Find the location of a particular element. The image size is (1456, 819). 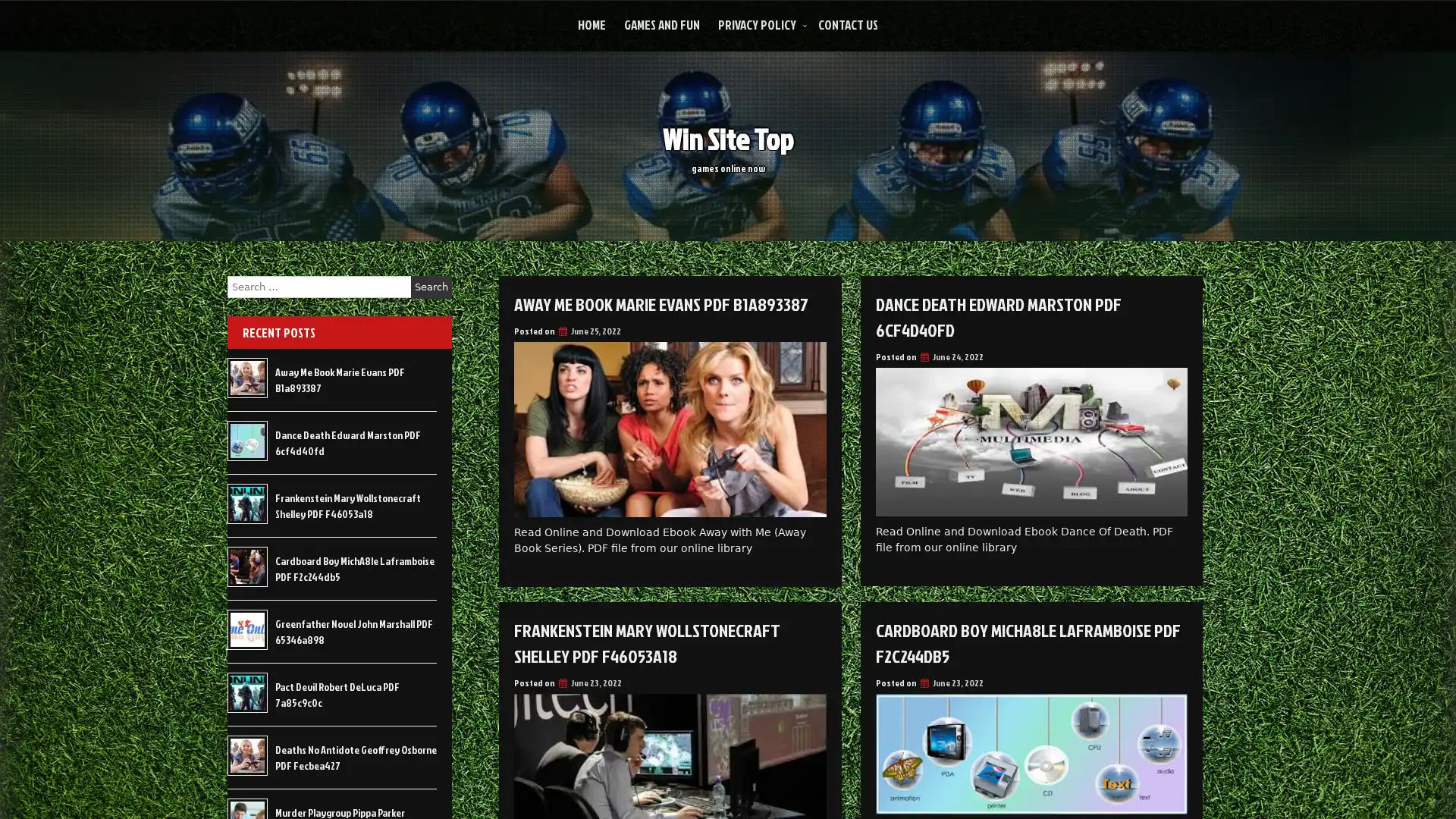

Search is located at coordinates (431, 287).